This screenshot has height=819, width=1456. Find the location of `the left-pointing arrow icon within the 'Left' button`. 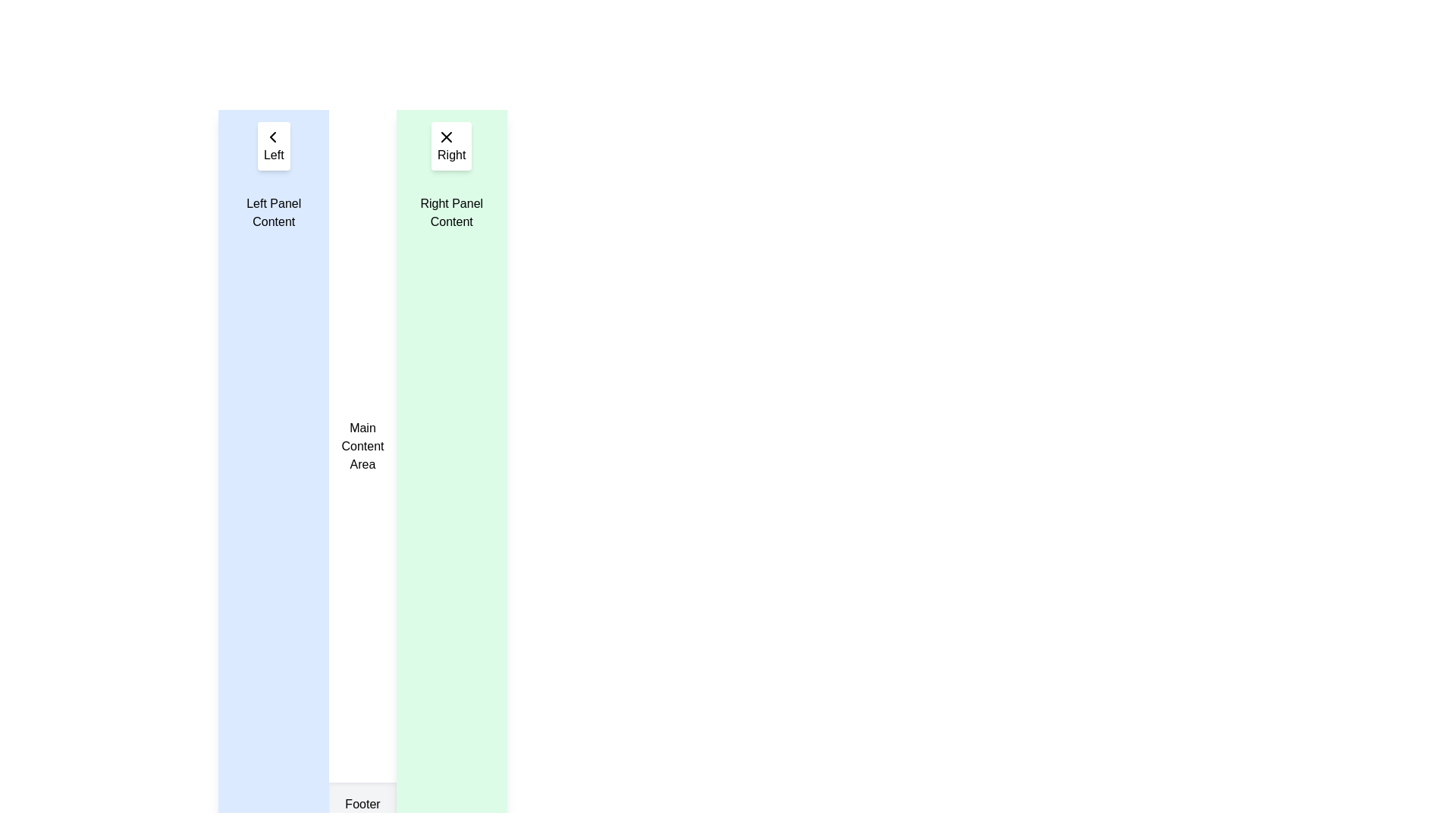

the left-pointing arrow icon within the 'Left' button is located at coordinates (272, 137).